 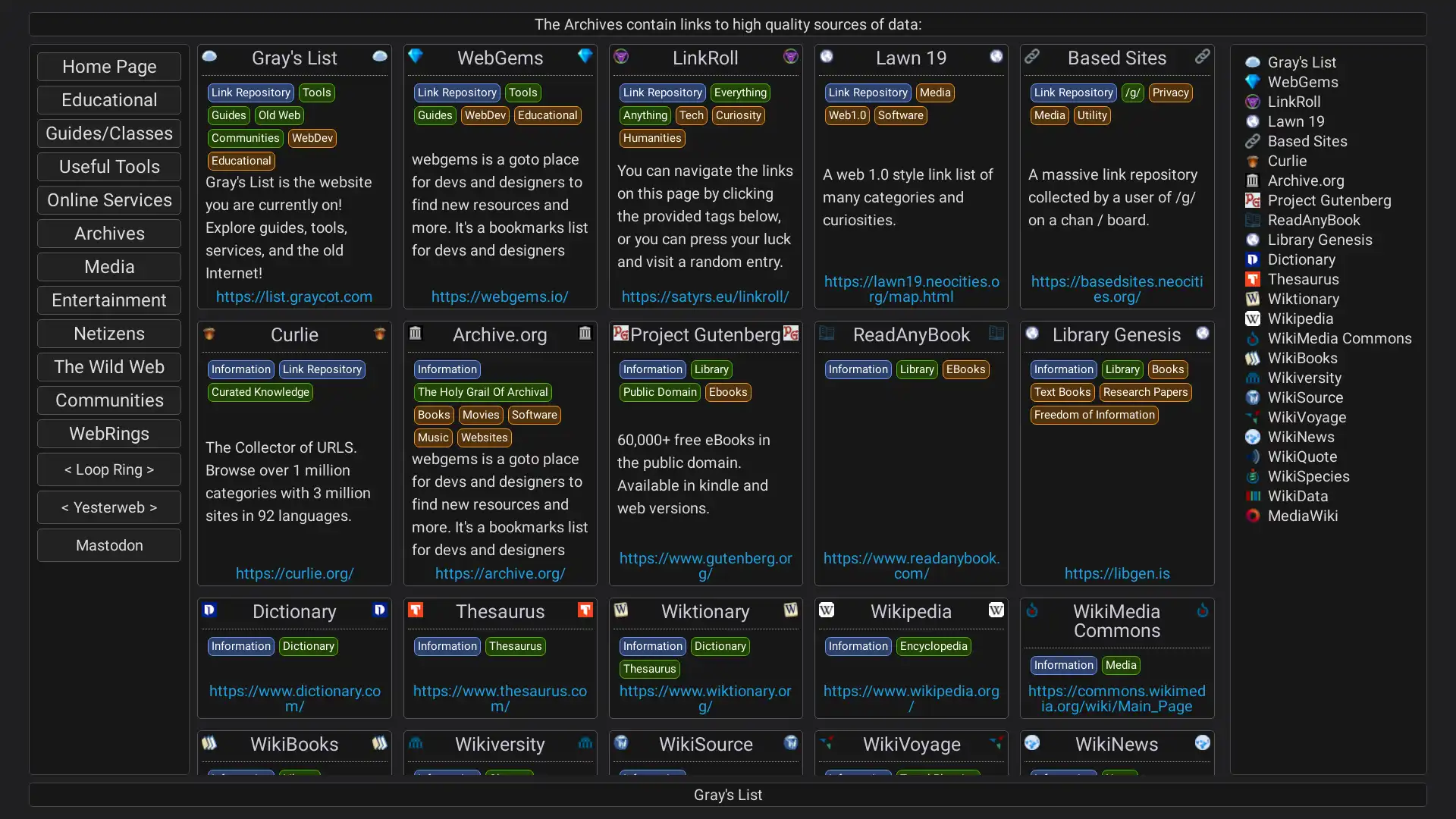 I want to click on Netizens, so click(x=108, y=332).